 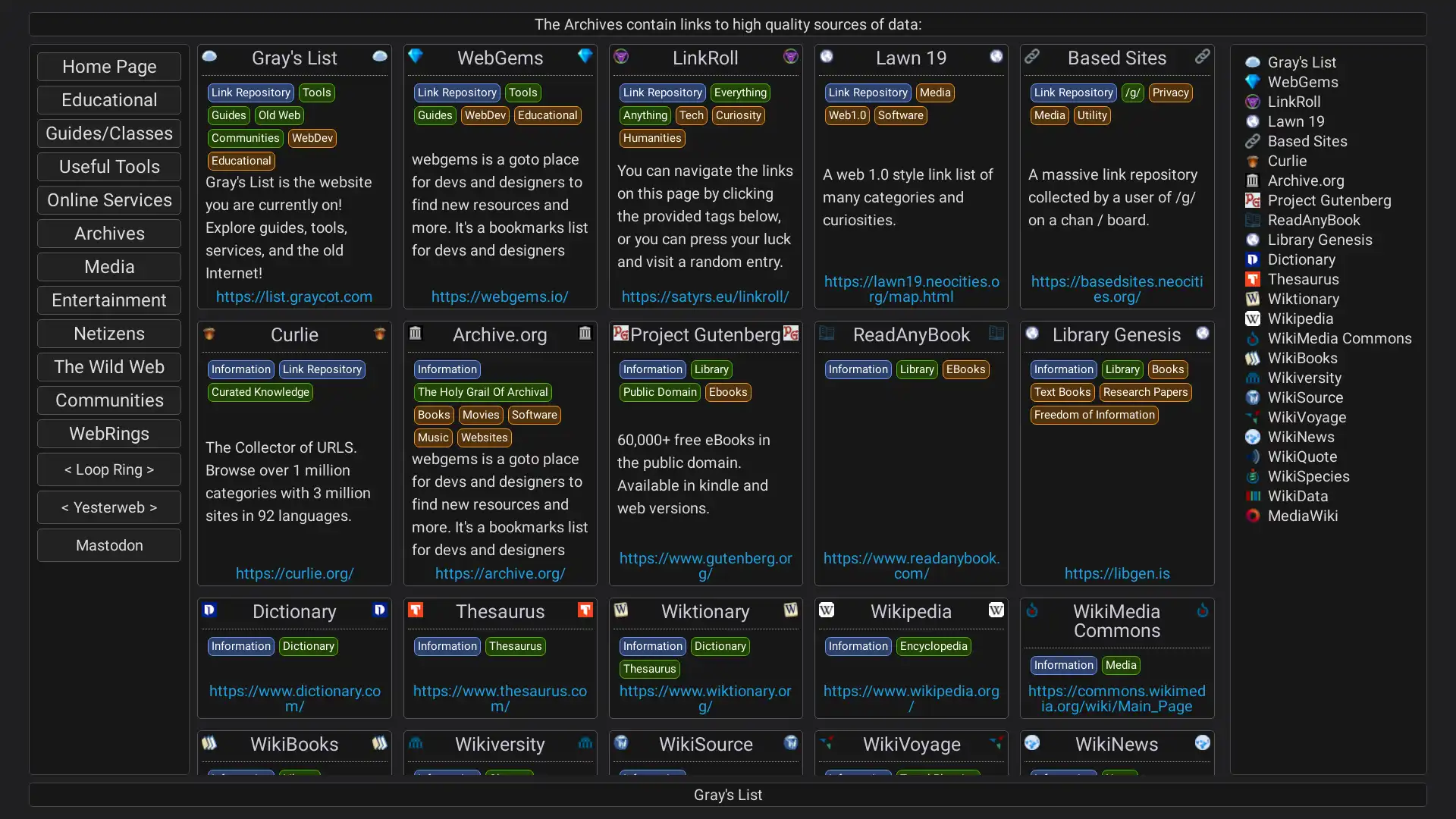 I want to click on Netizens, so click(x=108, y=332).